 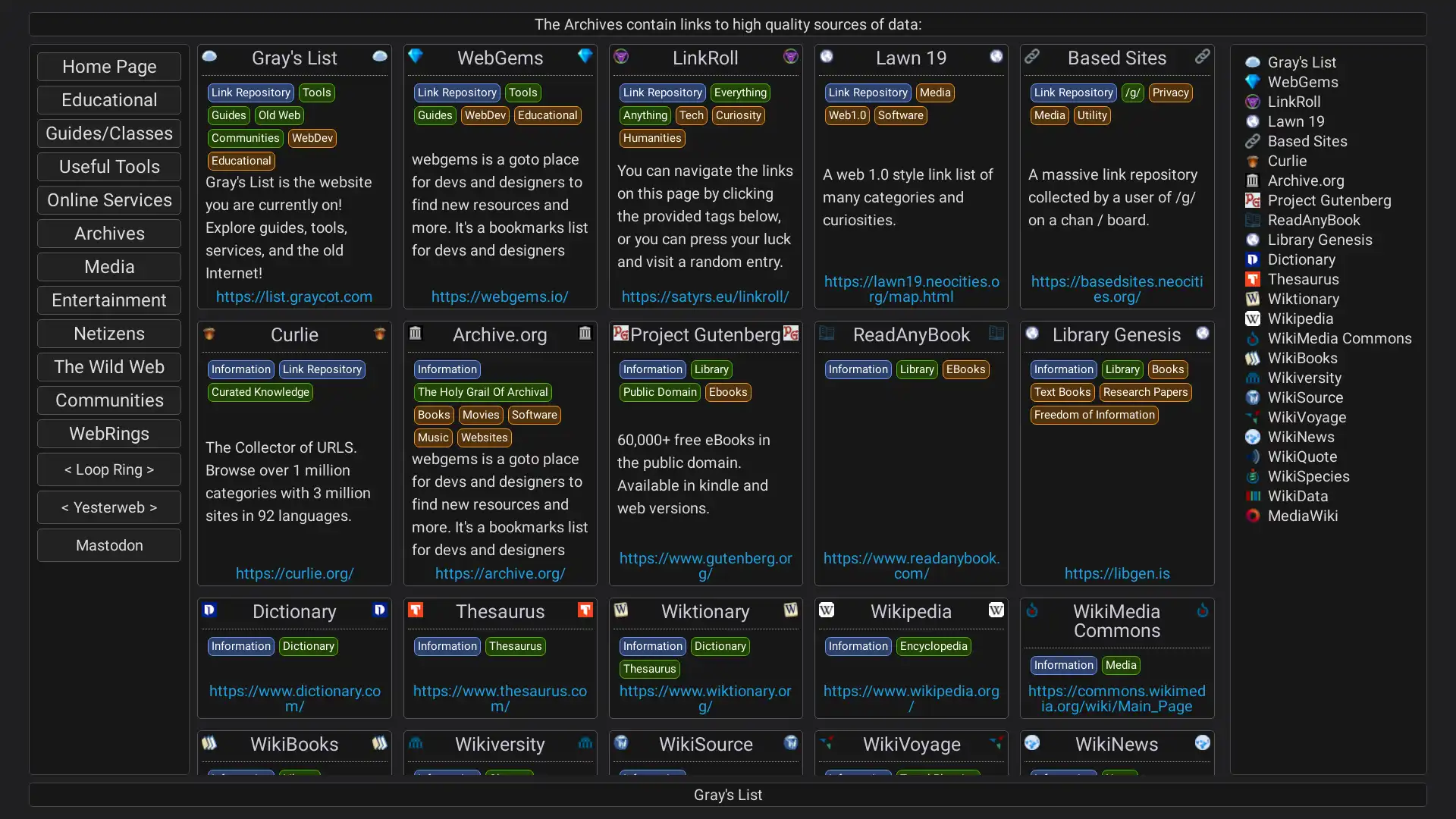 I want to click on Netizens, so click(x=108, y=332).